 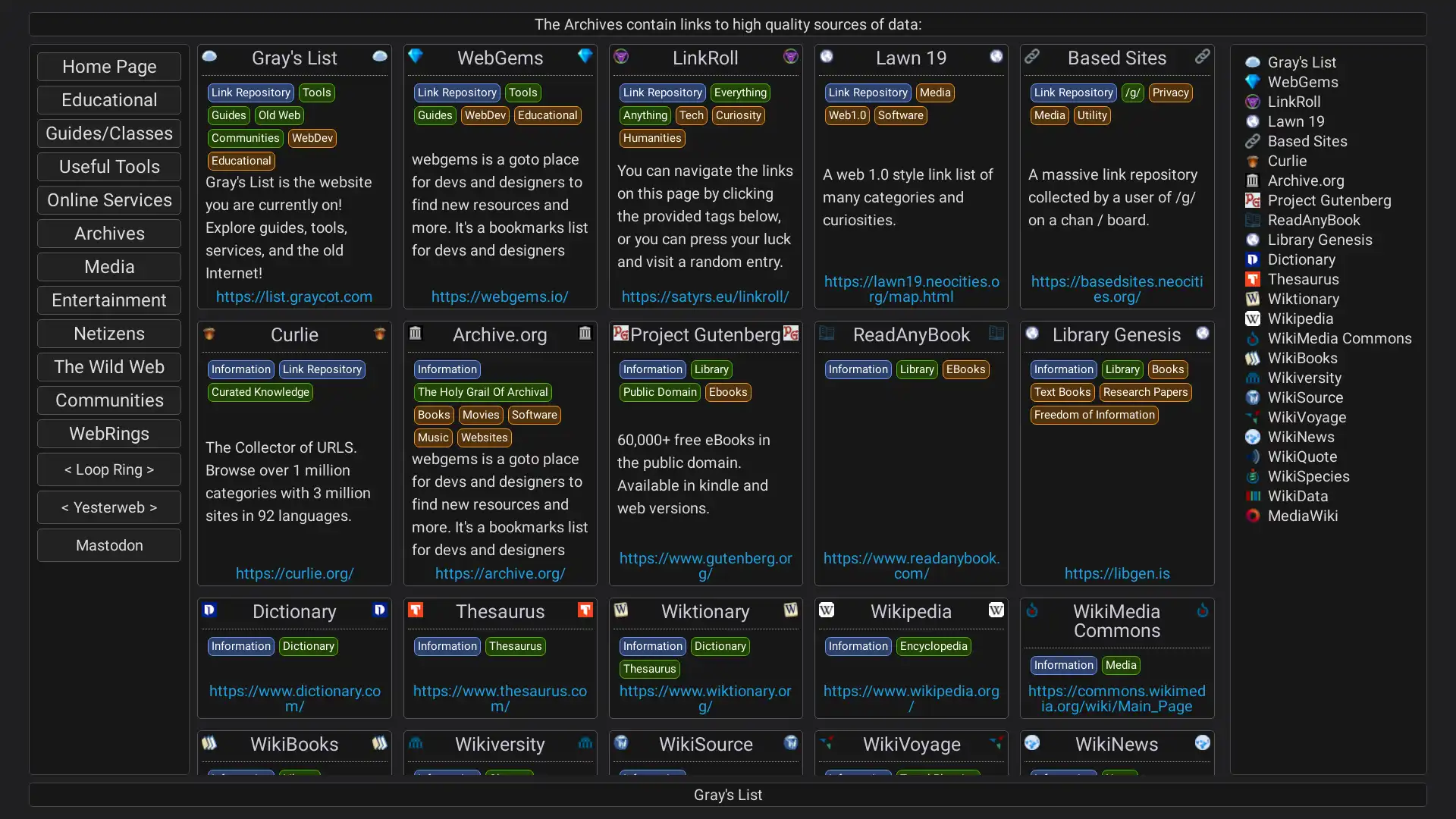 I want to click on Netizens, so click(x=108, y=332).